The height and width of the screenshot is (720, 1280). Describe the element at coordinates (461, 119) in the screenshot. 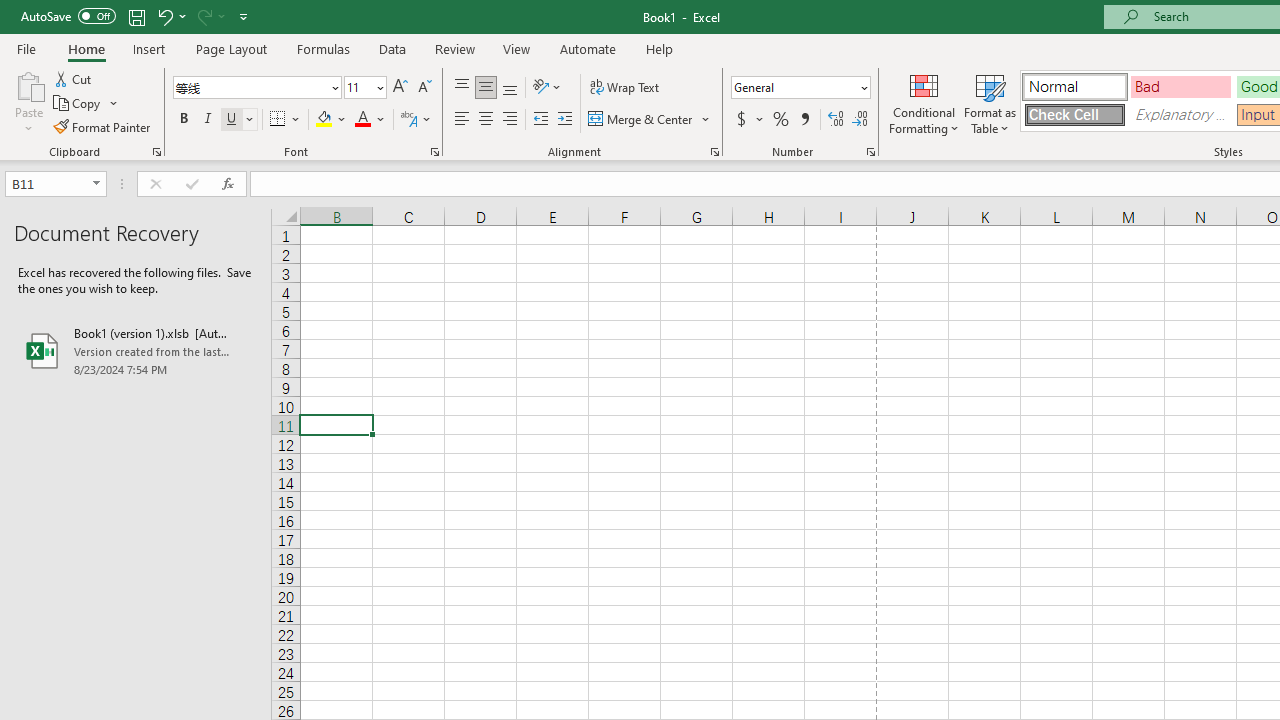

I see `'Align Left'` at that location.